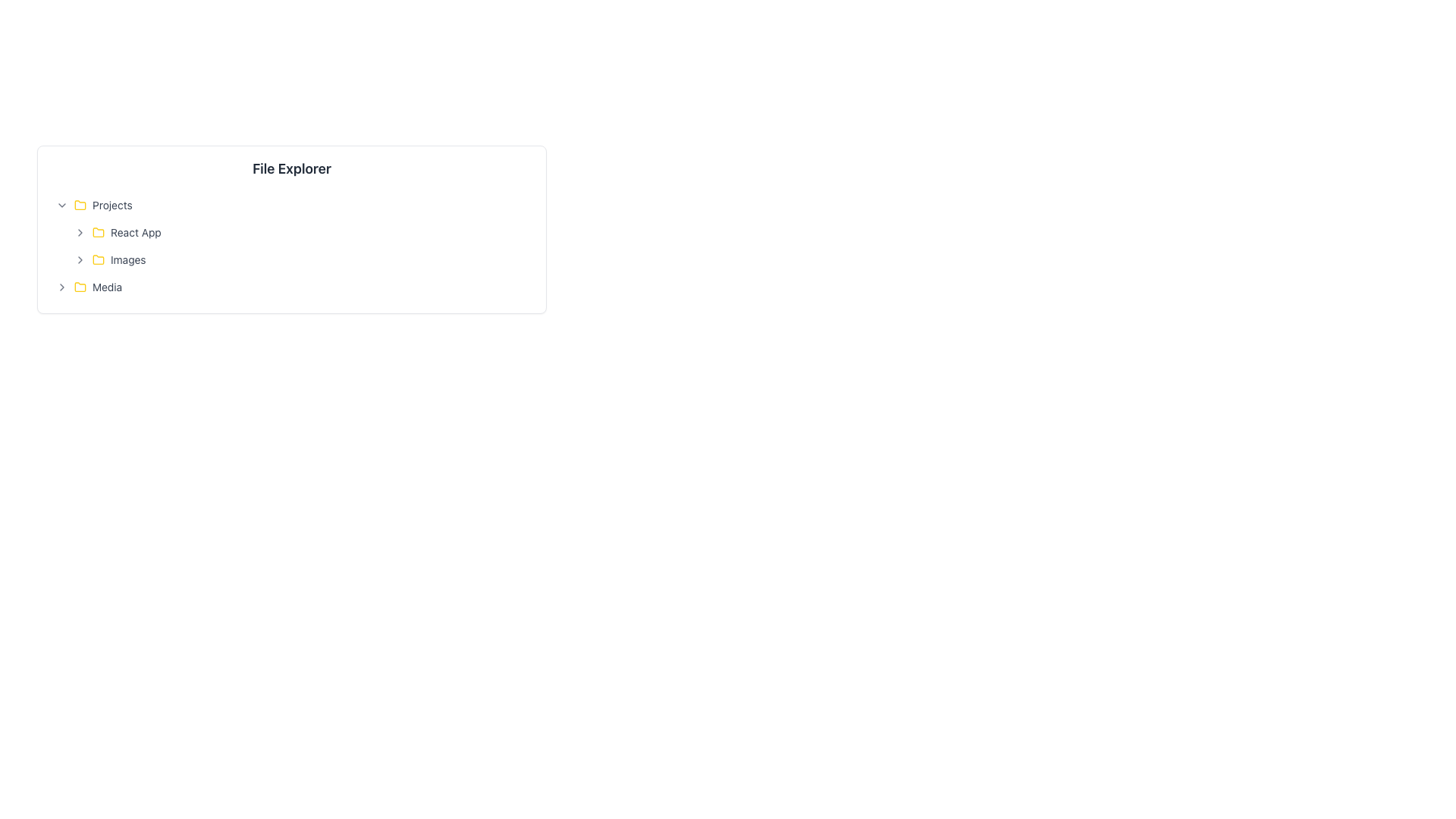  I want to click on the yellow folder icon located beside the 'React App' text, so click(97, 231).